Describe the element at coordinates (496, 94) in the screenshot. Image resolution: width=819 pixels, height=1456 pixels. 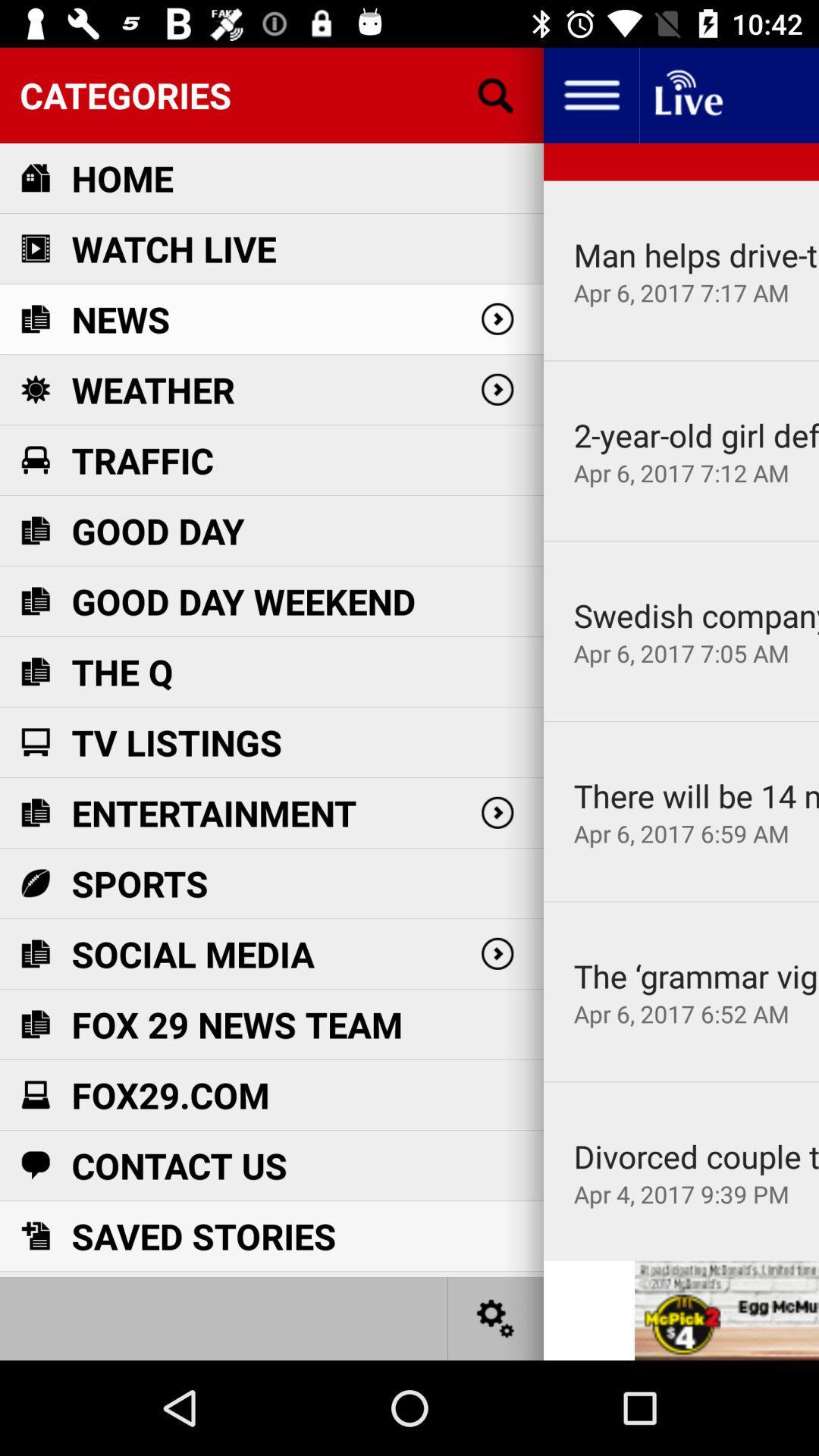
I see `search the categories` at that location.